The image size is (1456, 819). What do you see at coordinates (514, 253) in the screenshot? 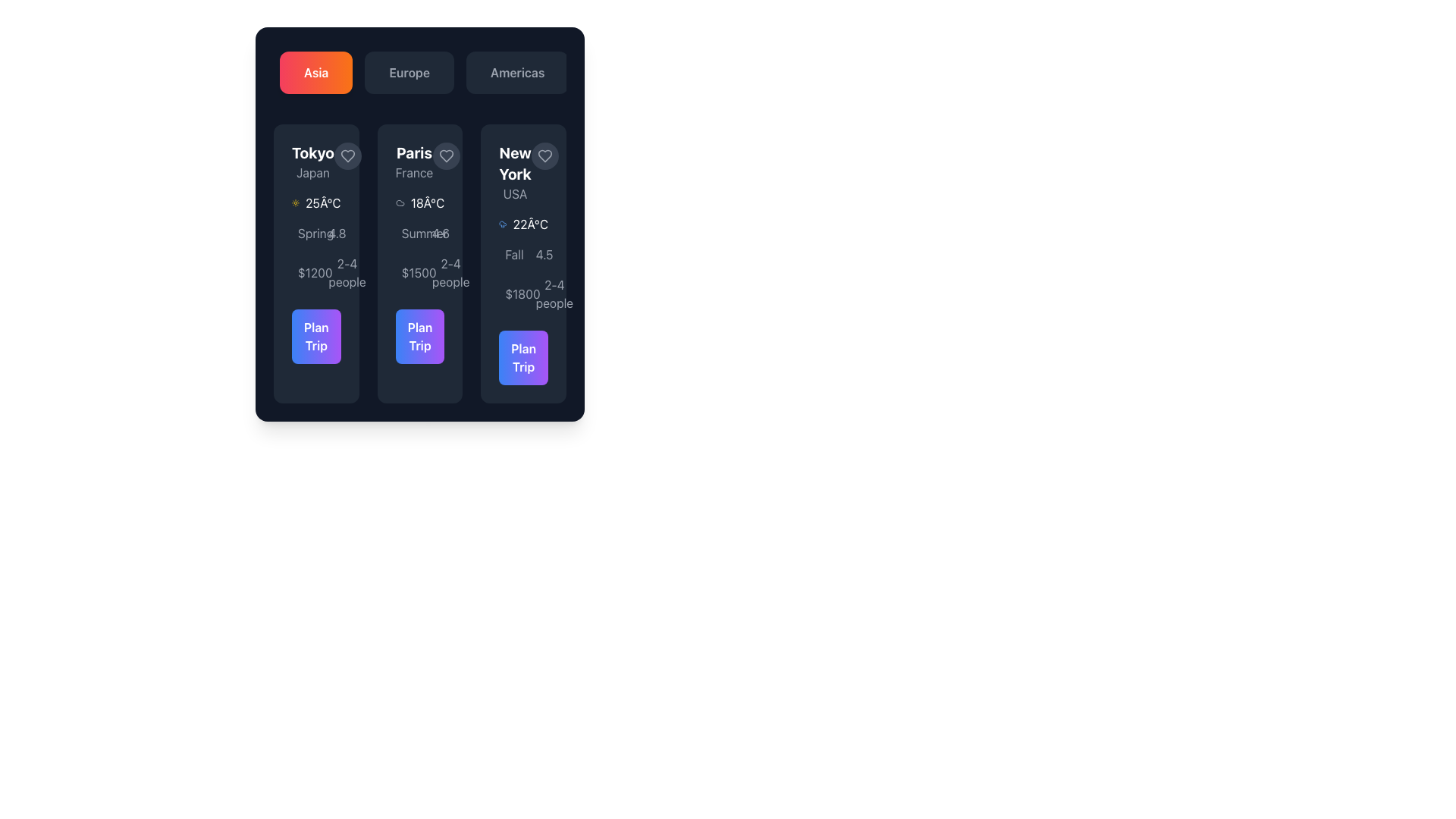
I see `the 'Fall' label located in the third column under the 'New York, USA' section, which displays the season associated with the travel destination` at bounding box center [514, 253].